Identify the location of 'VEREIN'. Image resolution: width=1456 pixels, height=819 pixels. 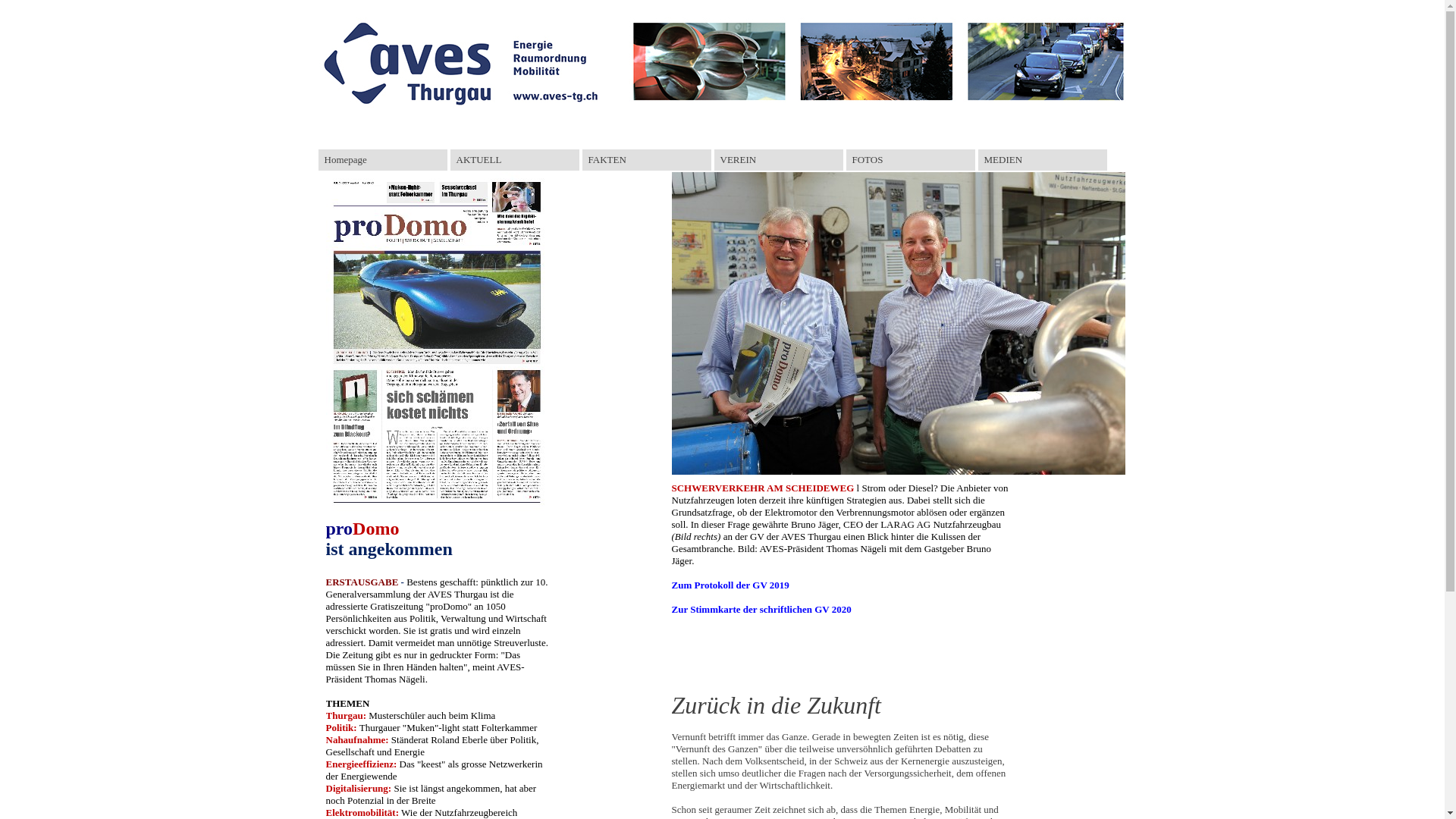
(779, 160).